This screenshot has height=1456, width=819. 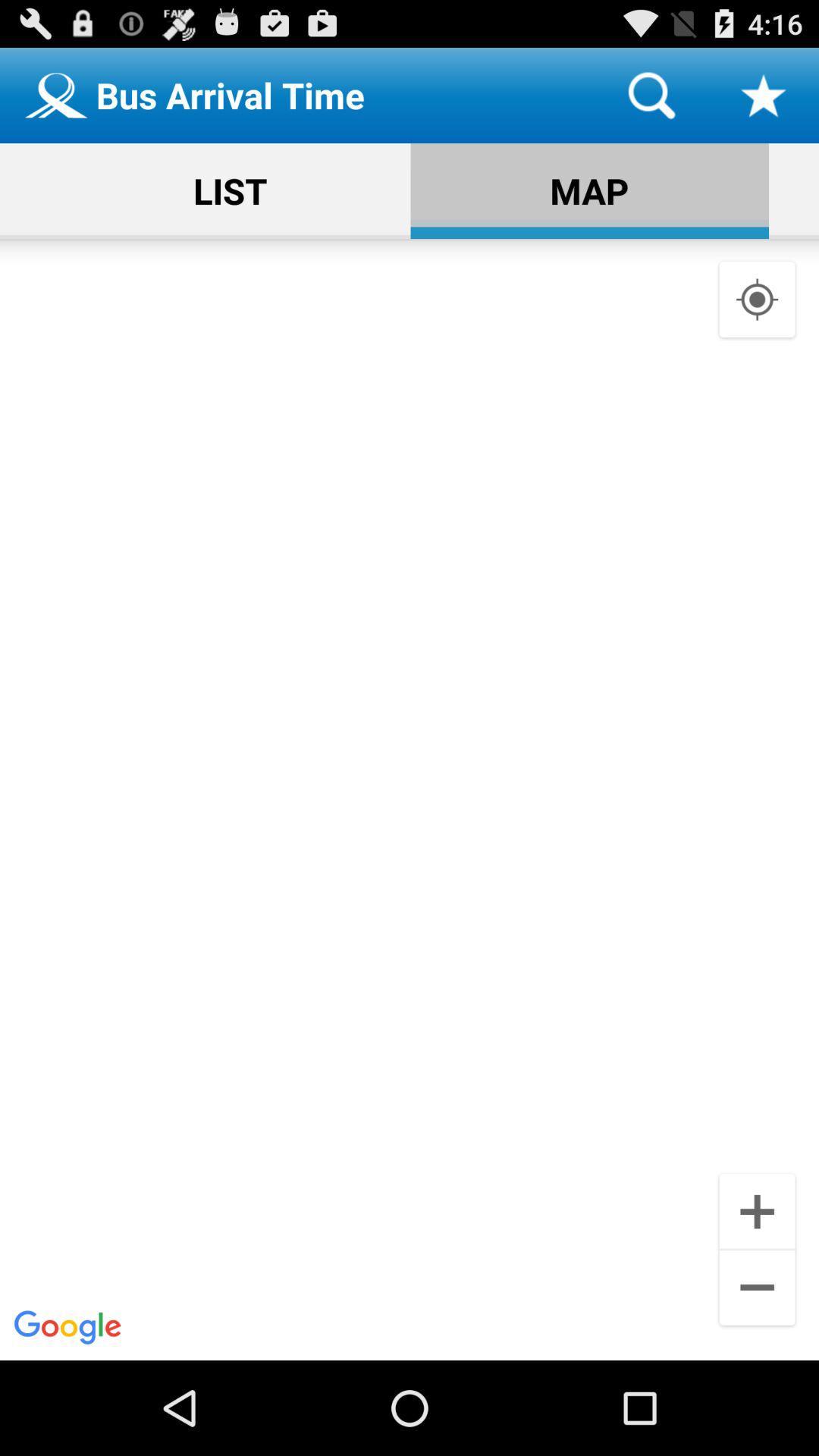 I want to click on icon above the map app, so click(x=651, y=94).